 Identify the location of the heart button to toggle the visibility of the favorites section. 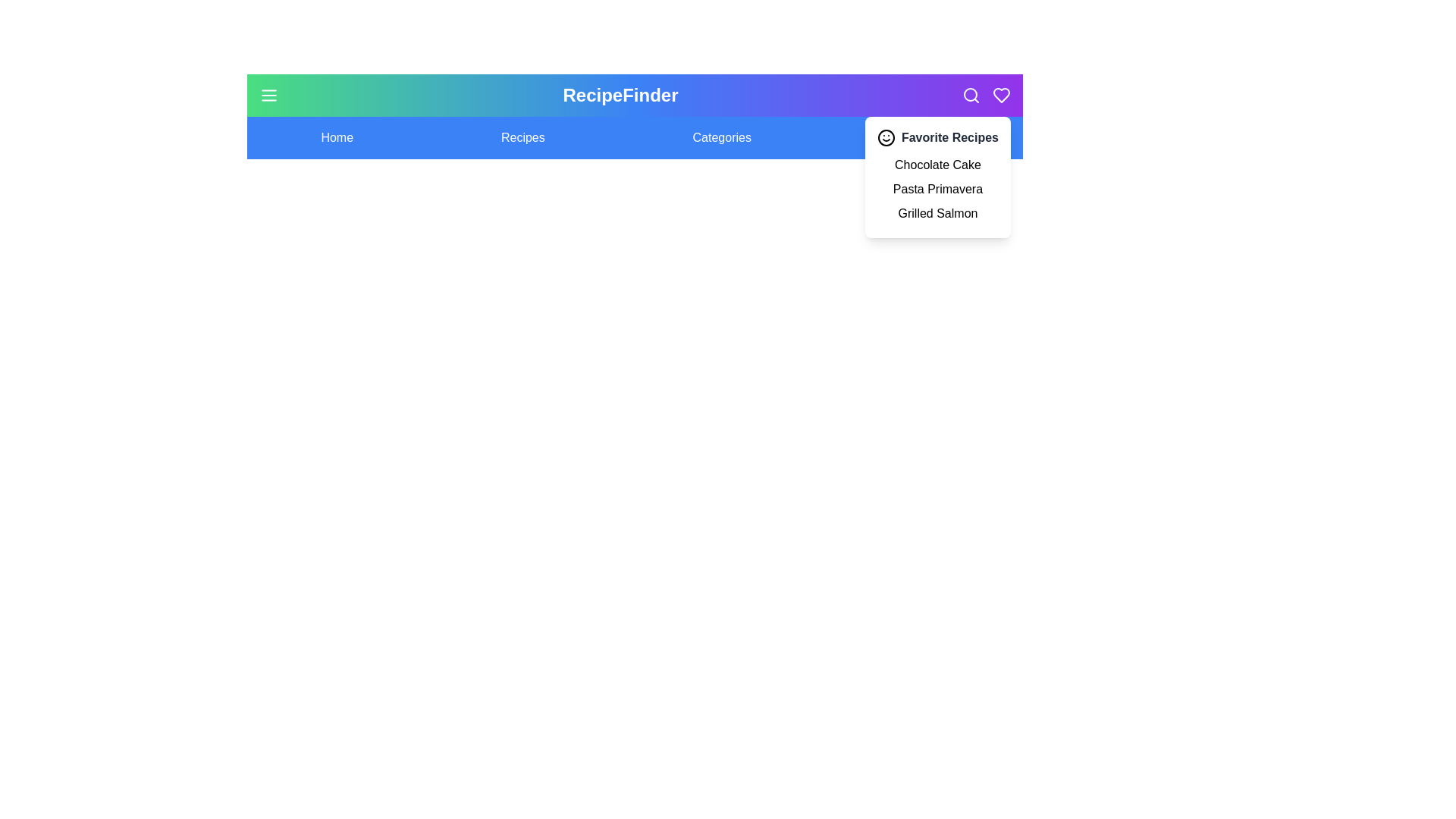
(1001, 96).